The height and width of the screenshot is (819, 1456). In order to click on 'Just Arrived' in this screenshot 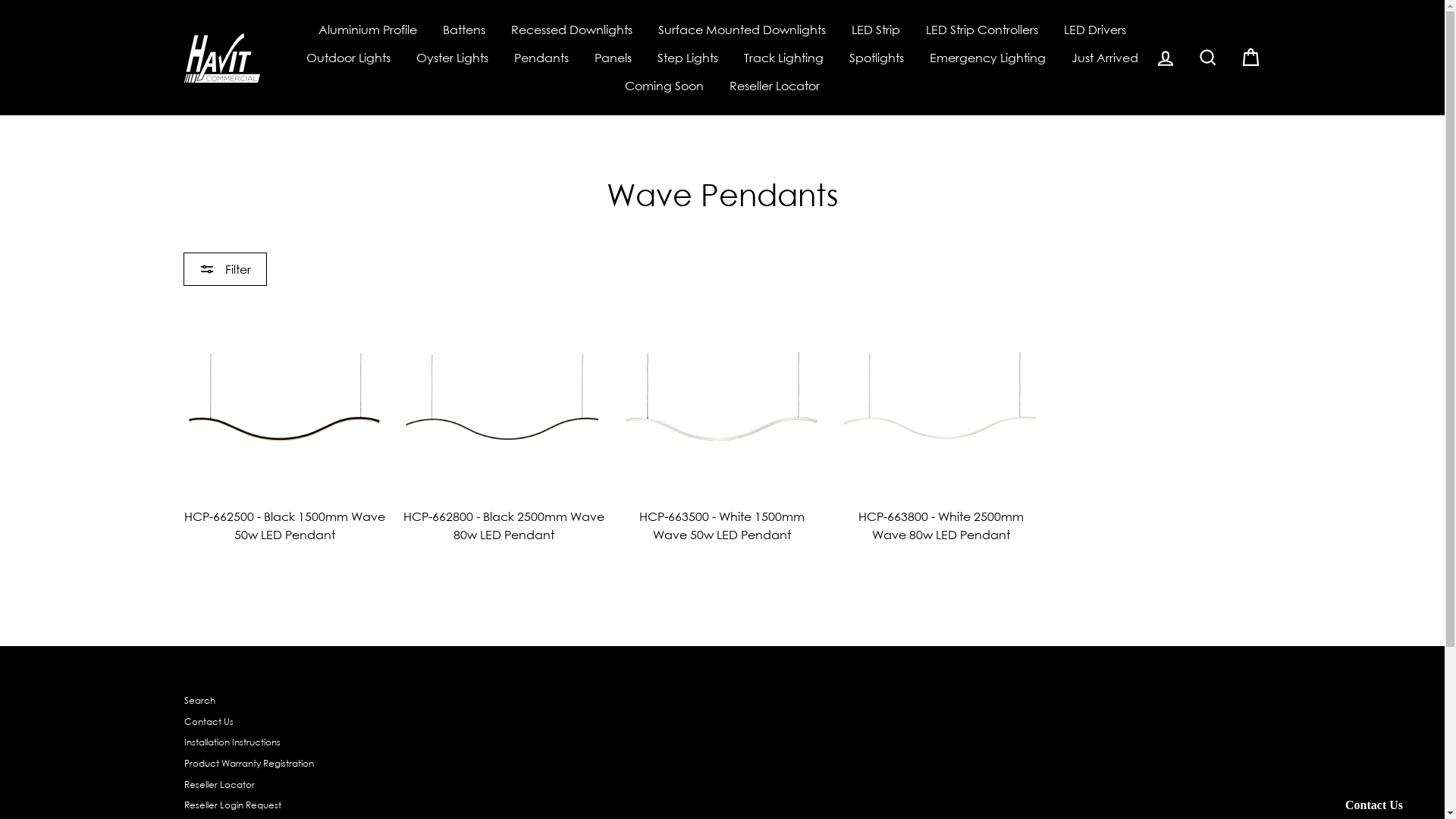, I will do `click(1105, 56)`.